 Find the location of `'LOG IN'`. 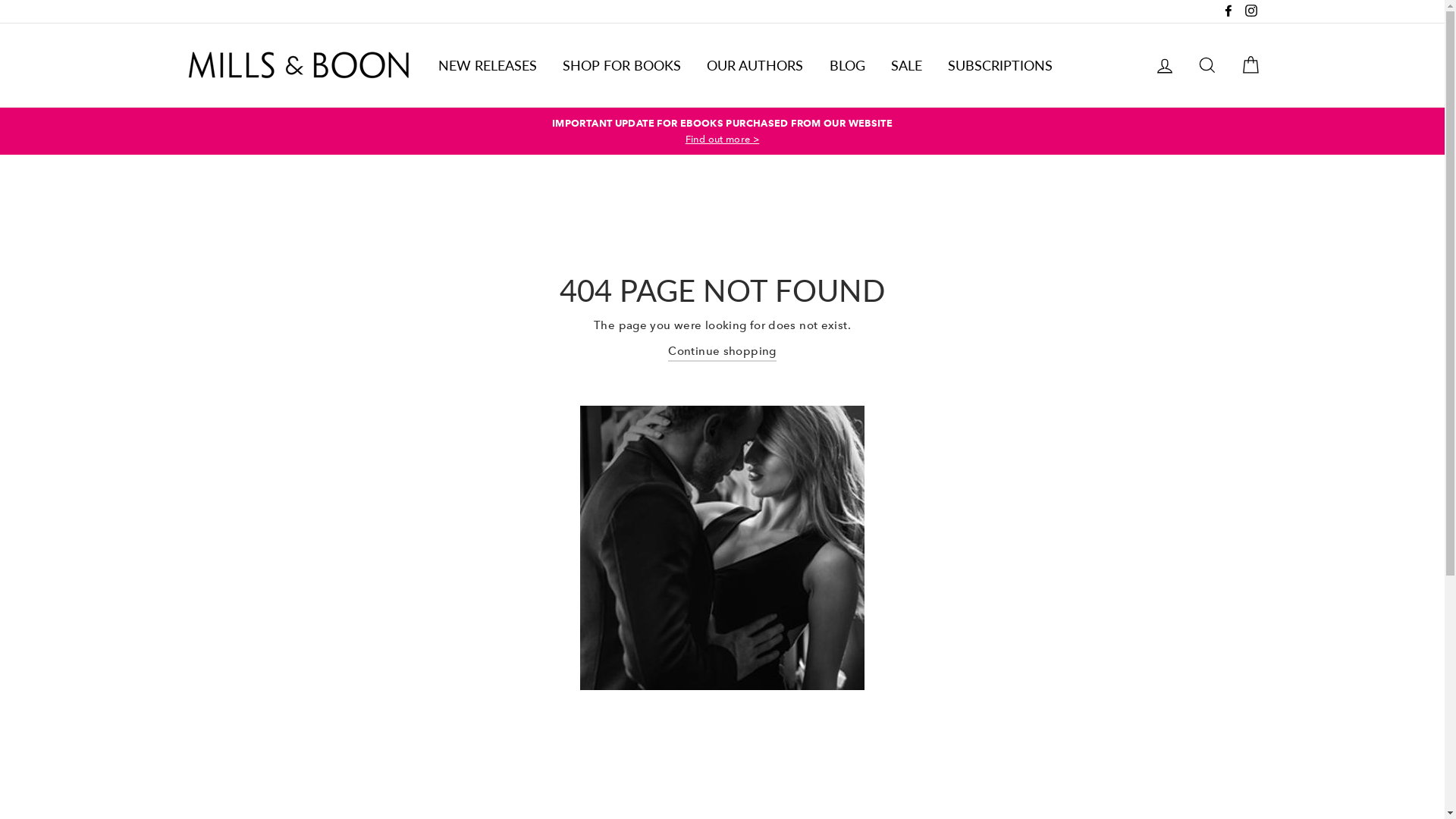

'LOG IN' is located at coordinates (1164, 64).